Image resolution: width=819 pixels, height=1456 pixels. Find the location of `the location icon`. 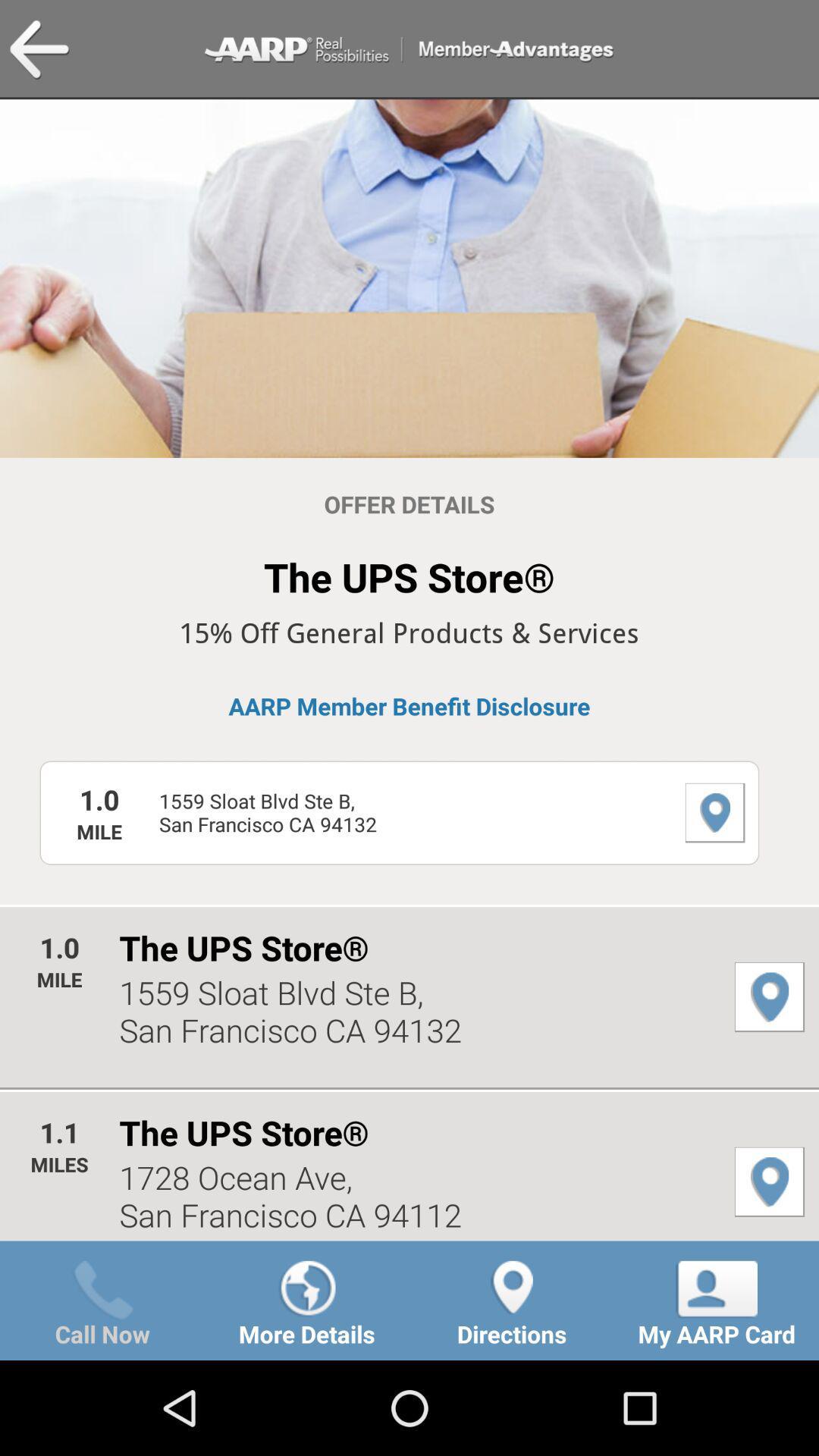

the location icon is located at coordinates (715, 870).